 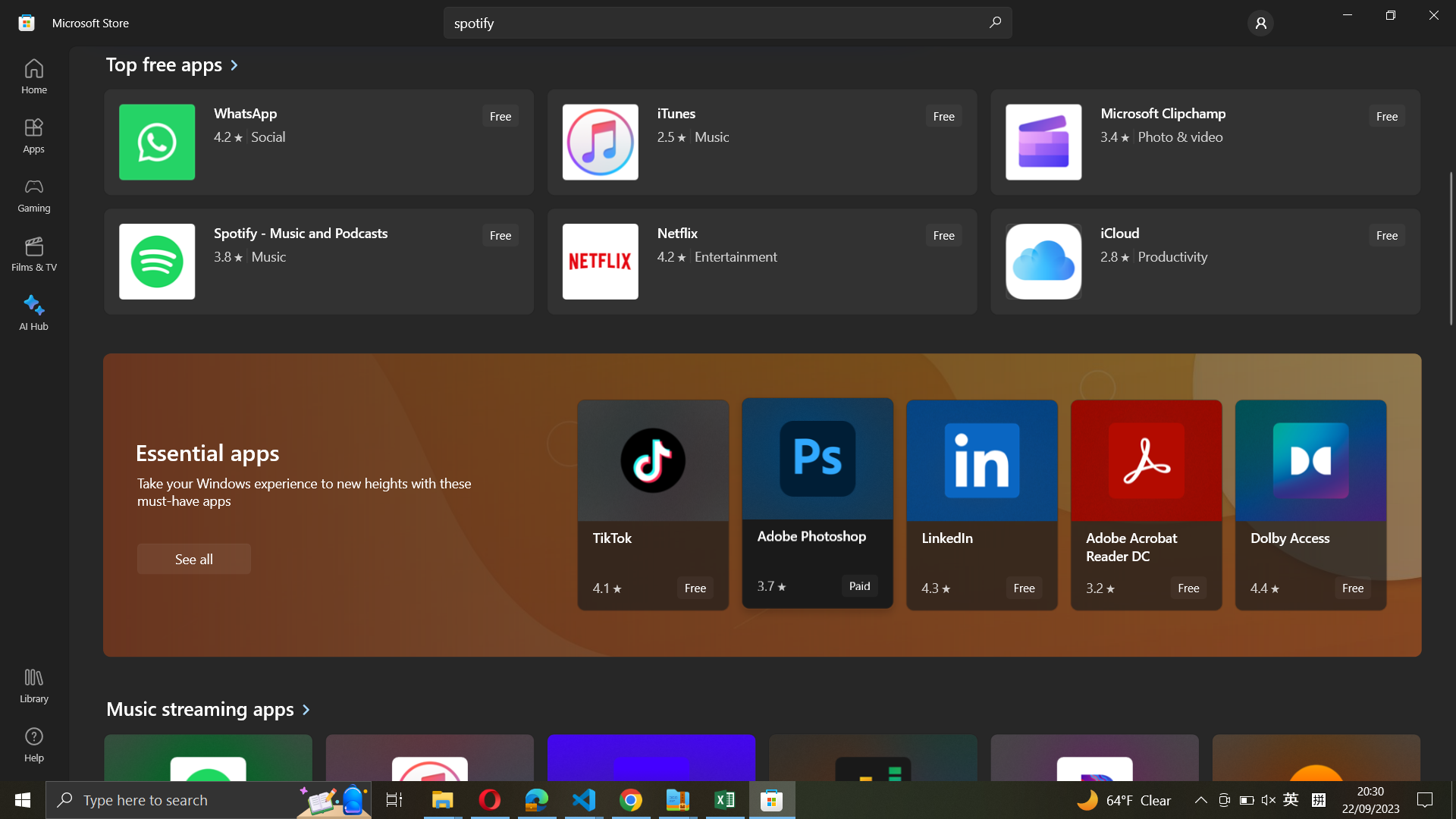 I want to click on the Library, so click(x=33, y=687).